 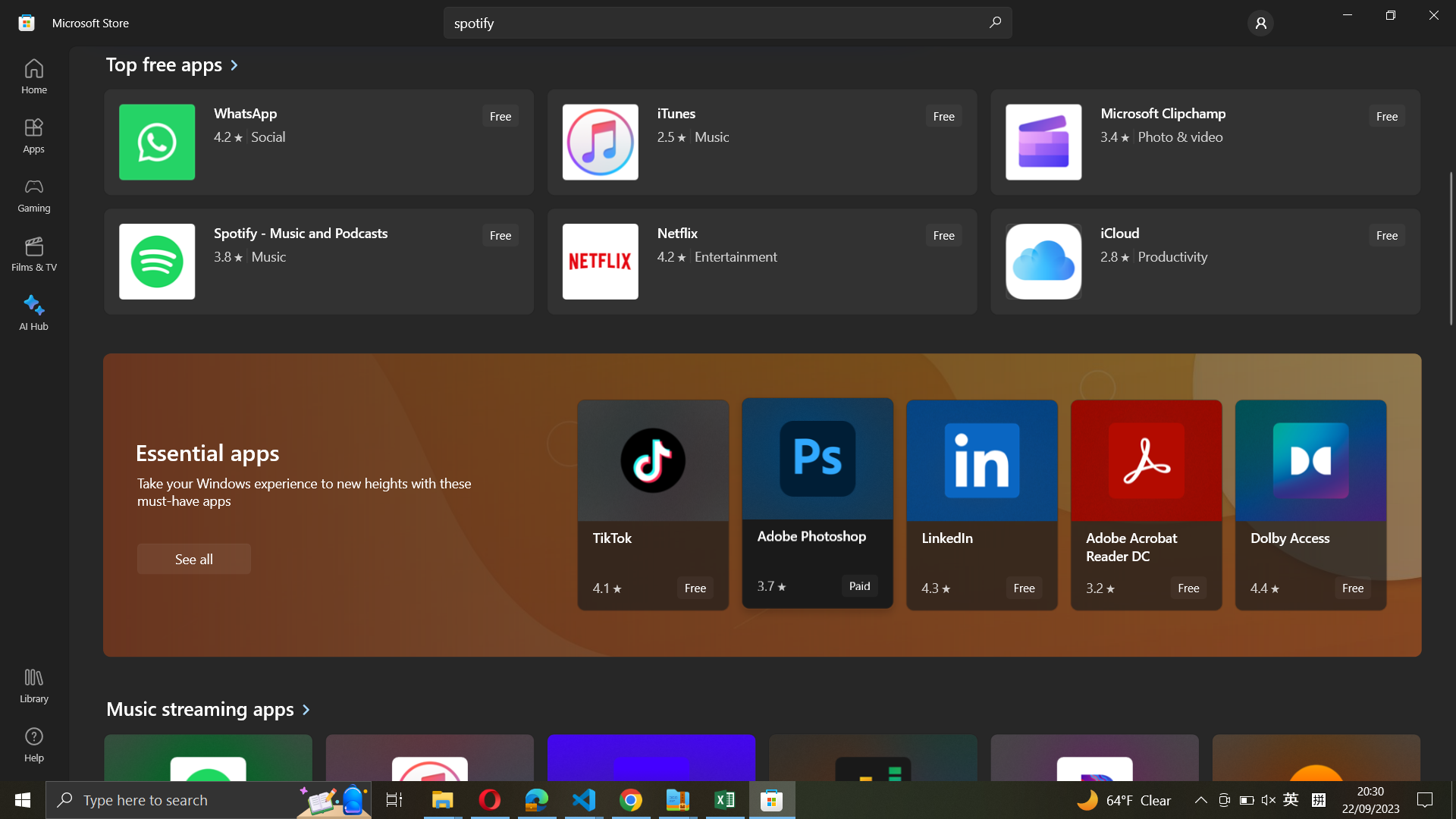 I want to click on the Library, so click(x=33, y=687).